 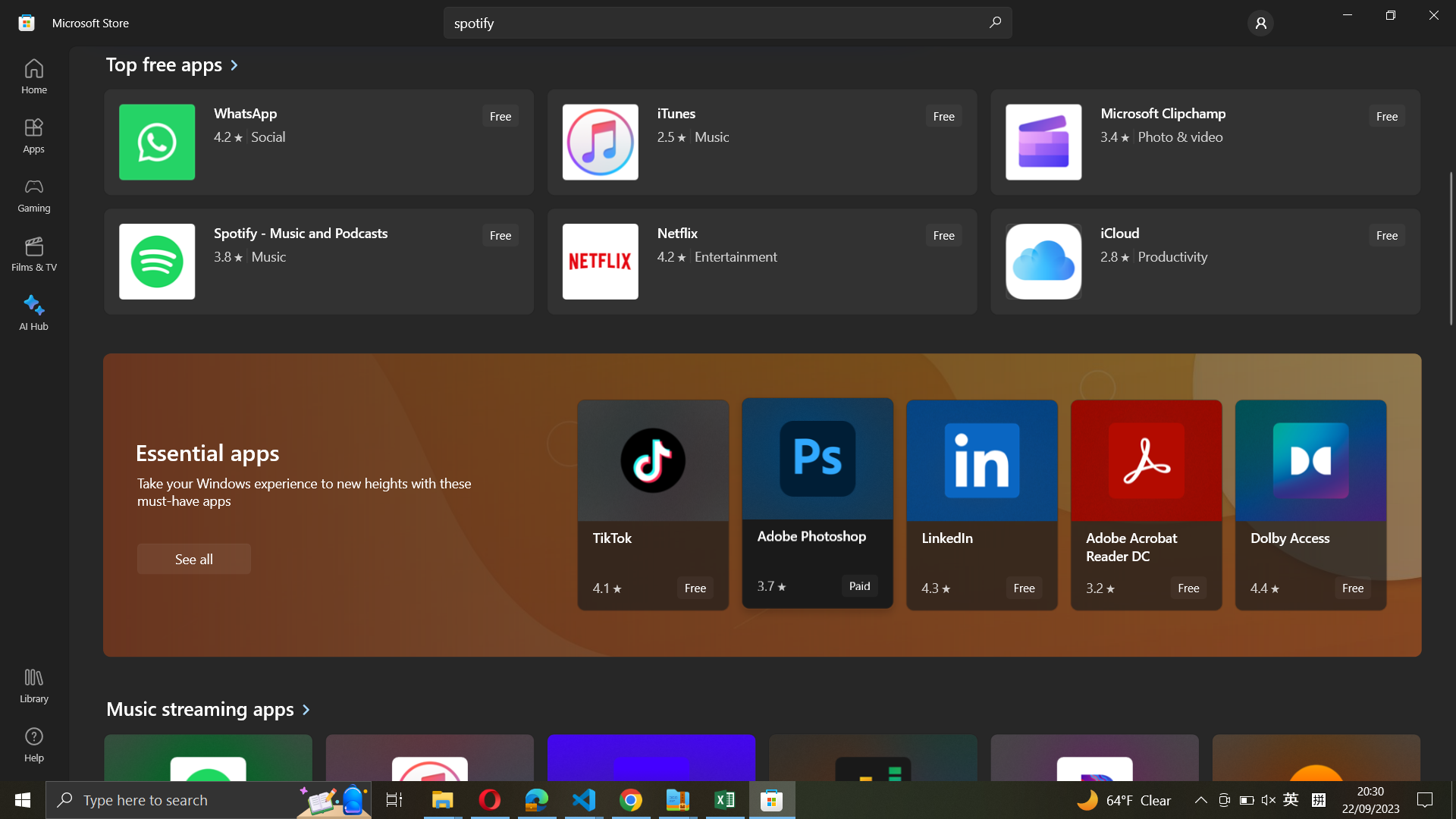 I want to click on the Library, so click(x=33, y=687).